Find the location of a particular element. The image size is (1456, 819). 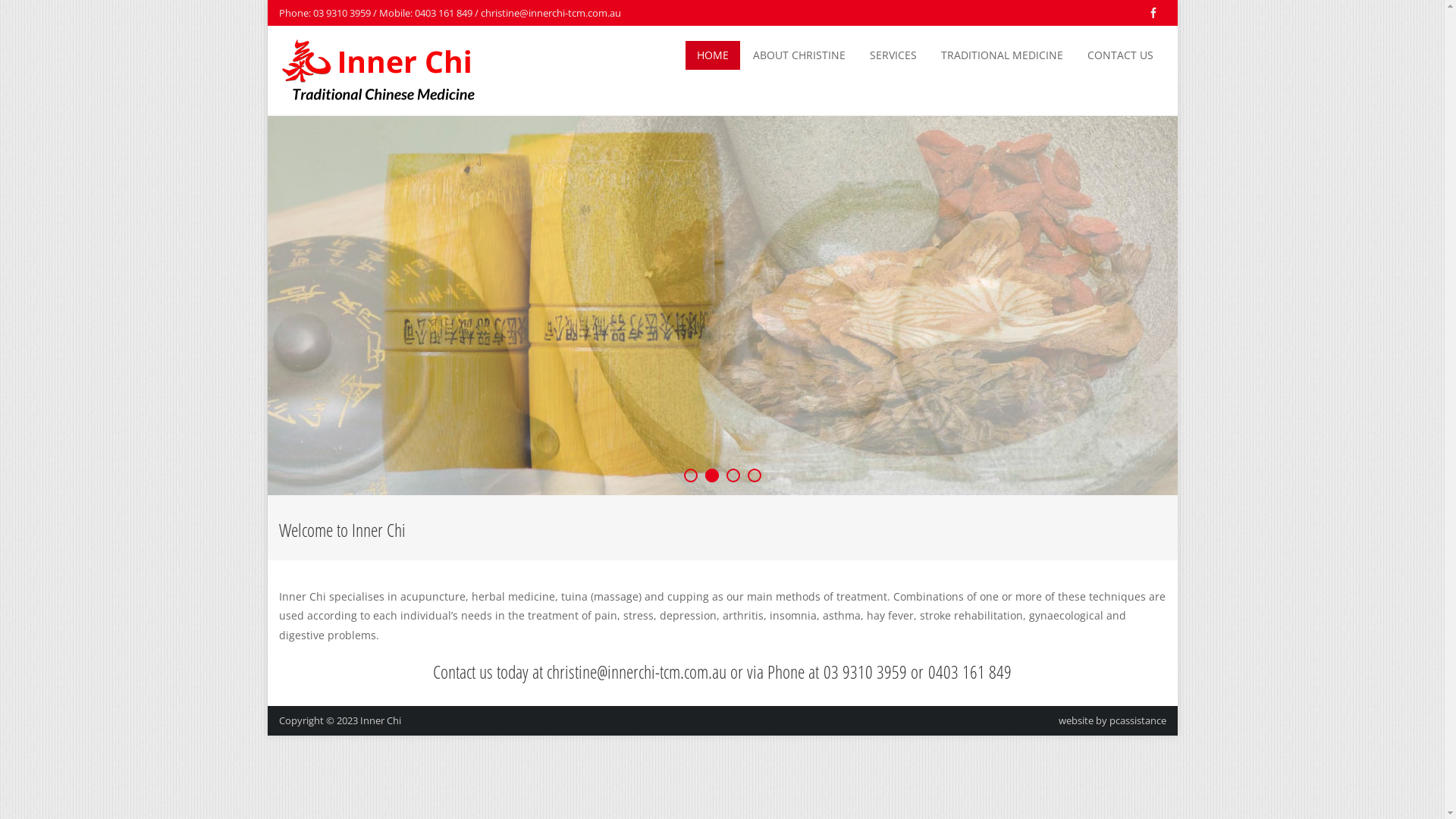

'3' is located at coordinates (733, 475).